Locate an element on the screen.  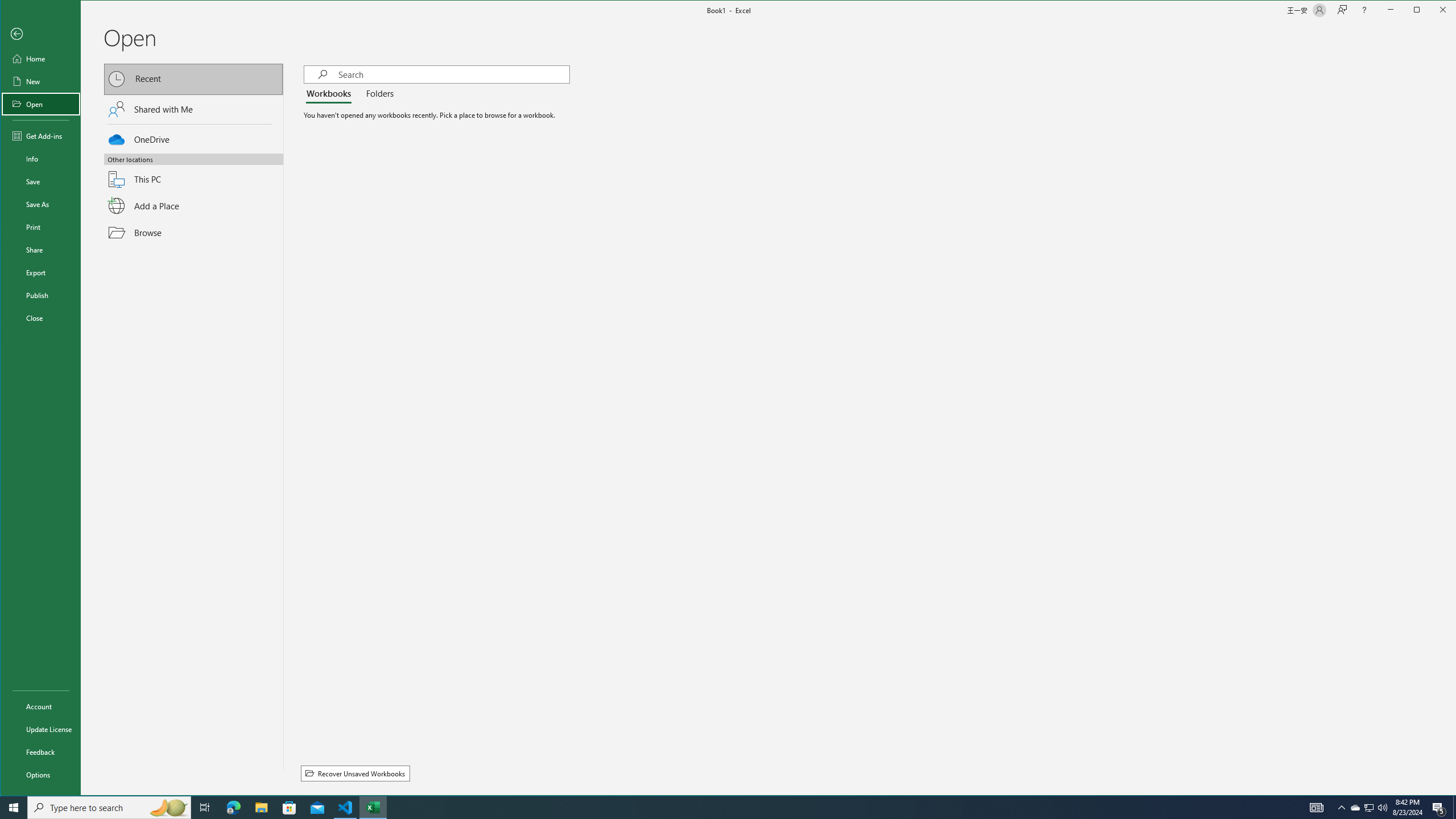
'Print' is located at coordinates (40, 226).